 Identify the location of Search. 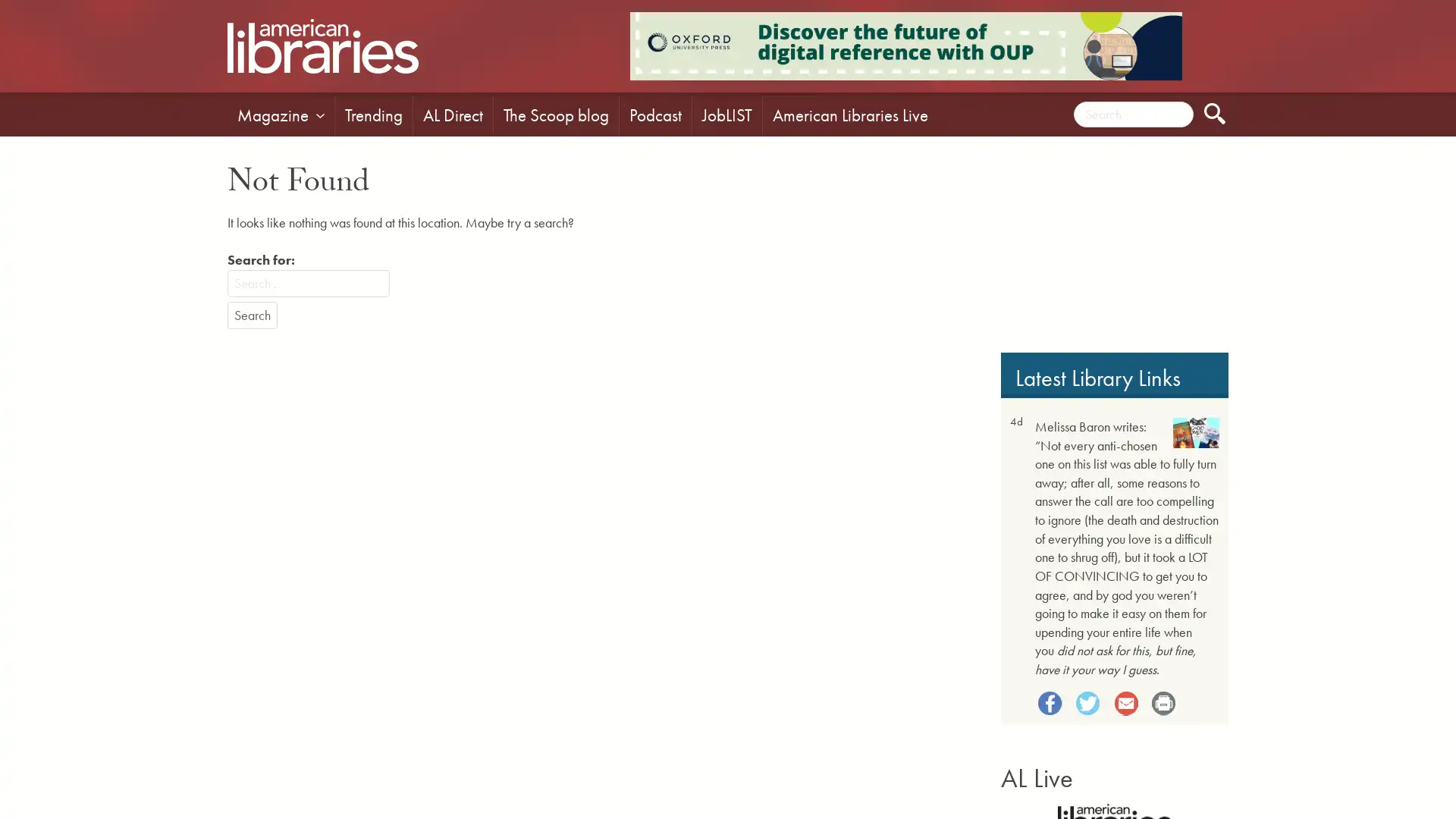
(1215, 113).